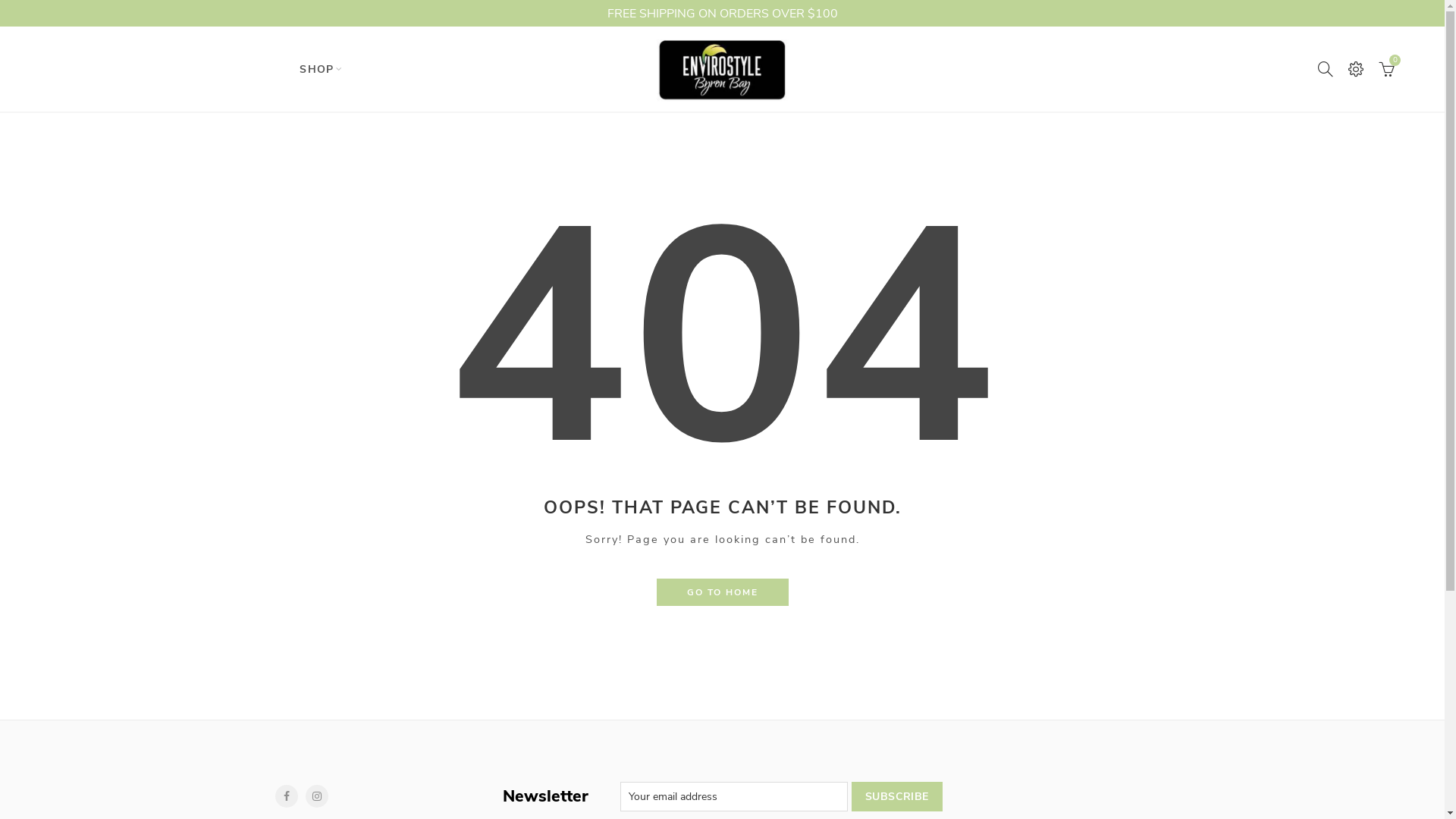 This screenshot has height=819, width=1456. Describe the element at coordinates (656, 591) in the screenshot. I see `'GO TO HOME'` at that location.